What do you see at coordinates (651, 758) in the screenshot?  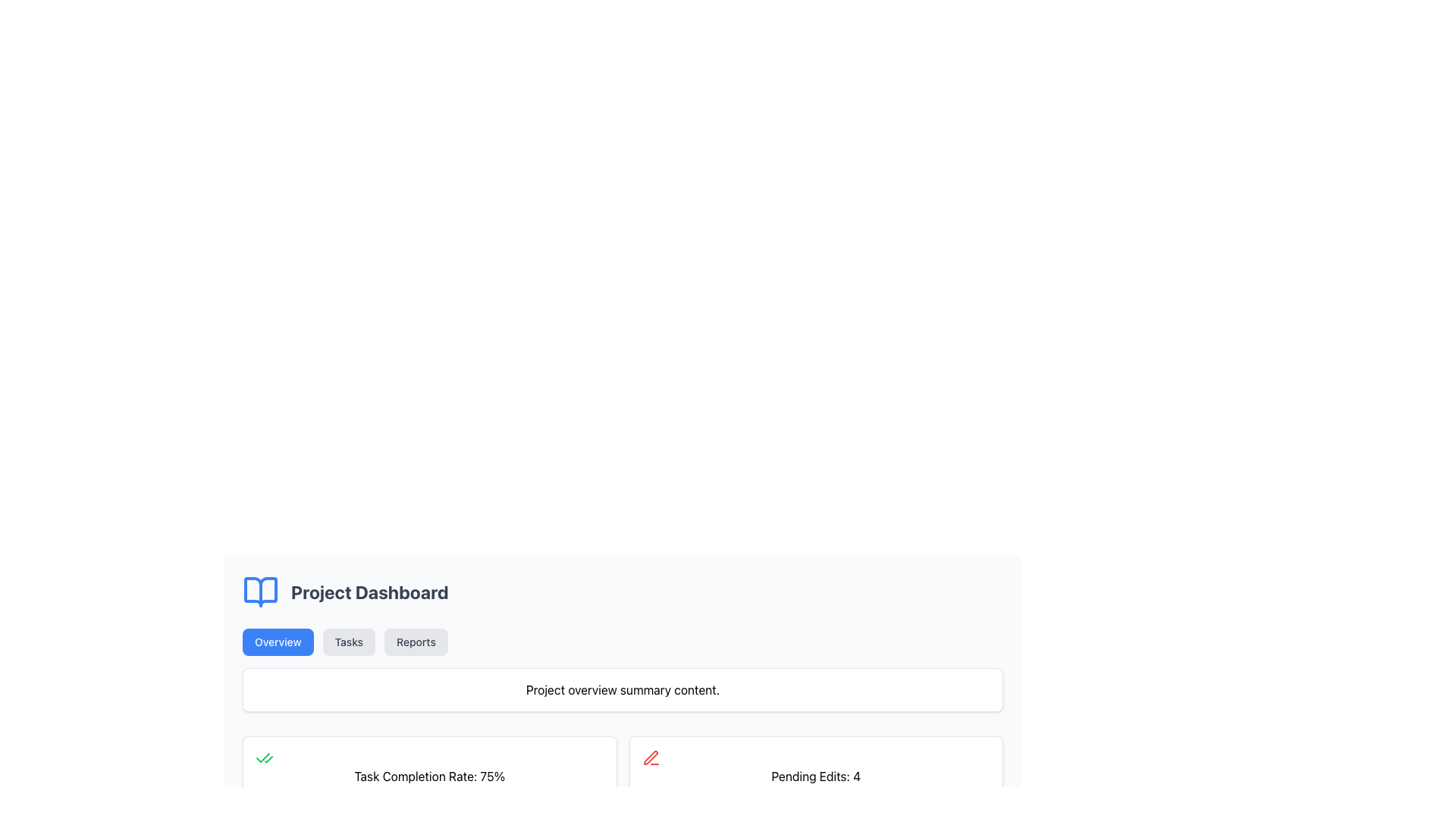 I see `the red pen icon located to the left of the text 'Pending Edits: 4'` at bounding box center [651, 758].